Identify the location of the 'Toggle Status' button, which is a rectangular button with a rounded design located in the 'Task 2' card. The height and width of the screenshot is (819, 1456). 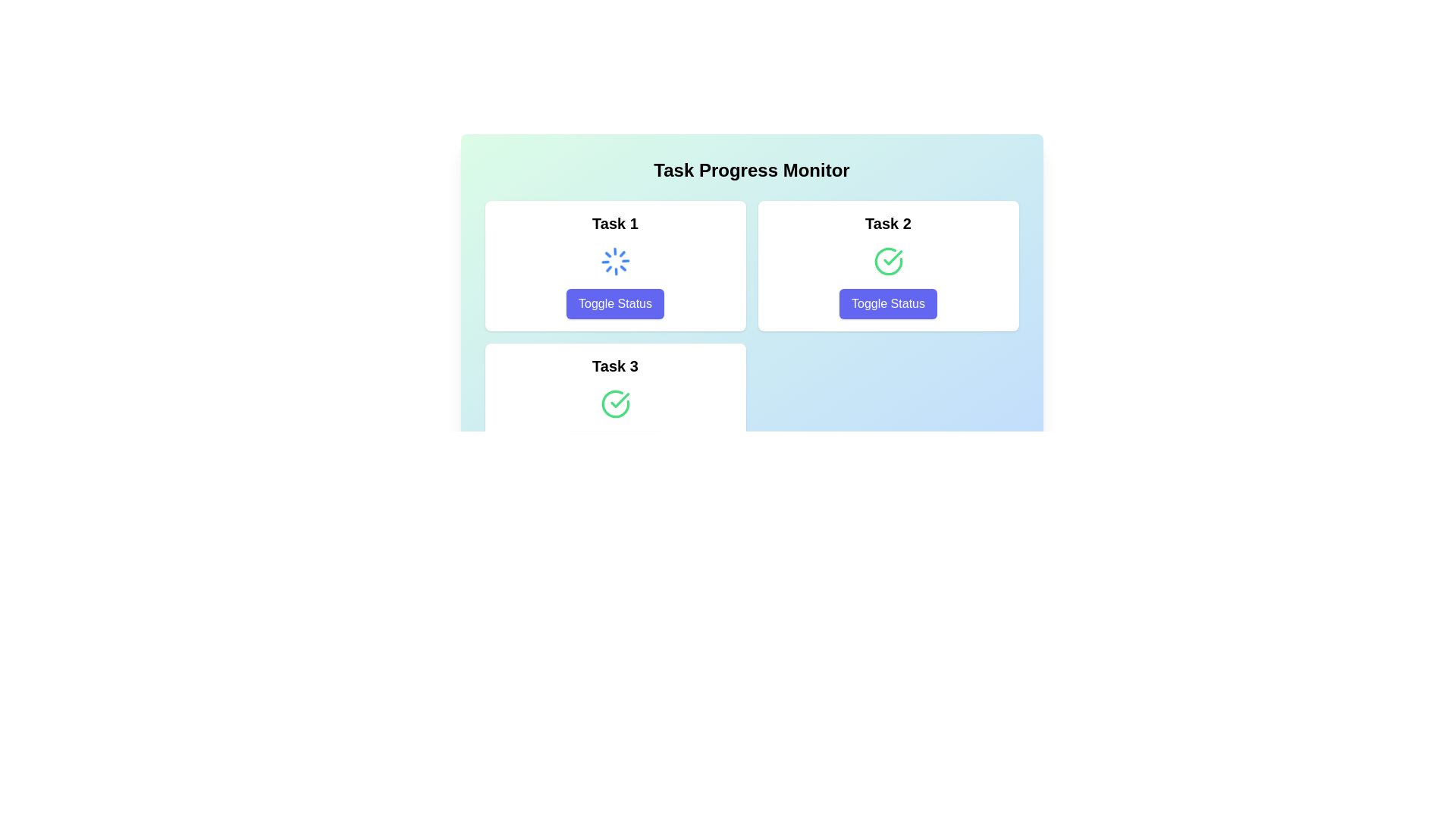
(888, 304).